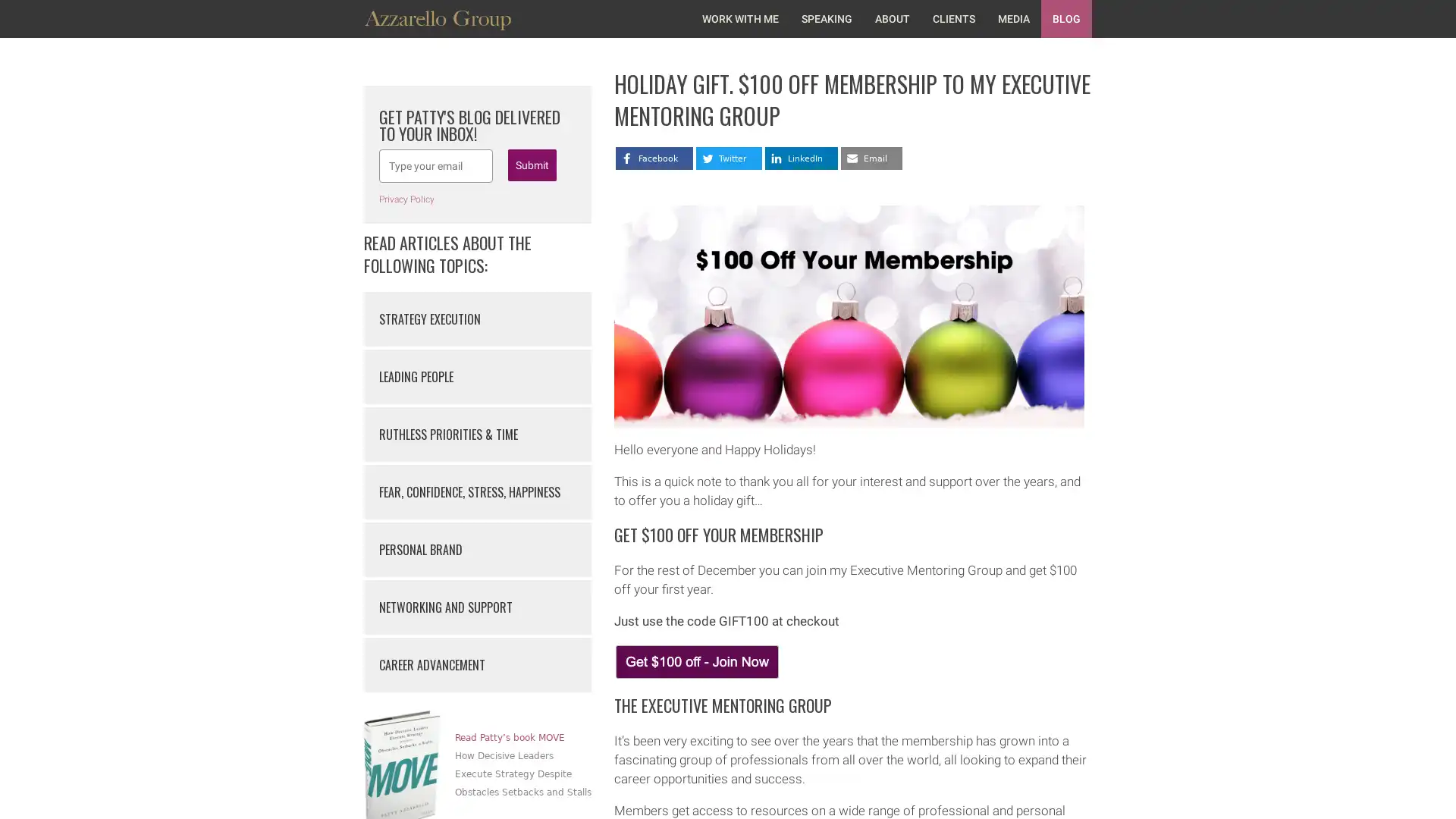 The width and height of the screenshot is (1456, 819). Describe the element at coordinates (800, 158) in the screenshot. I see `Share to LinkedIn LinkedIn` at that location.